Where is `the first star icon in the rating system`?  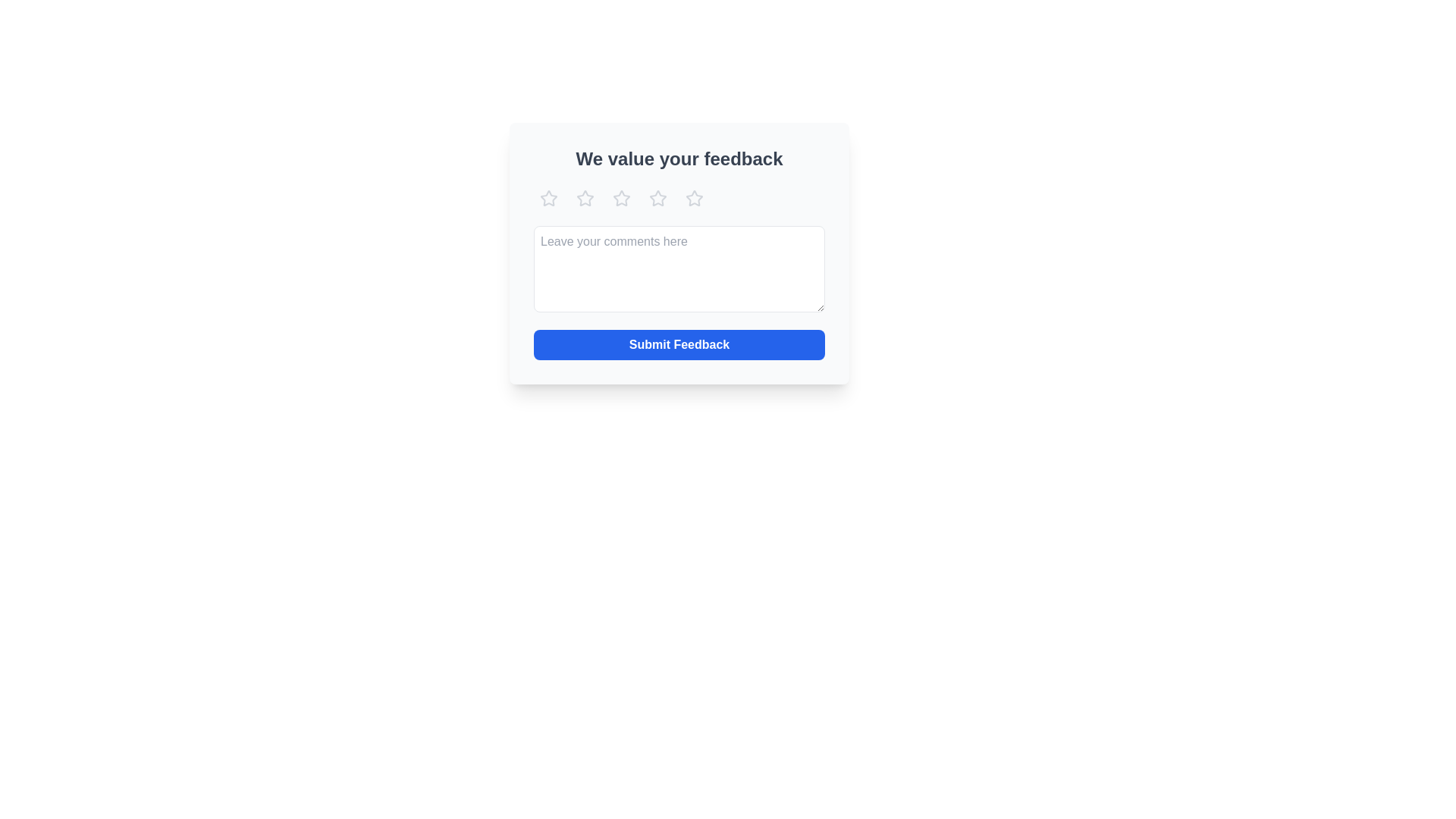
the first star icon in the rating system is located at coordinates (548, 198).